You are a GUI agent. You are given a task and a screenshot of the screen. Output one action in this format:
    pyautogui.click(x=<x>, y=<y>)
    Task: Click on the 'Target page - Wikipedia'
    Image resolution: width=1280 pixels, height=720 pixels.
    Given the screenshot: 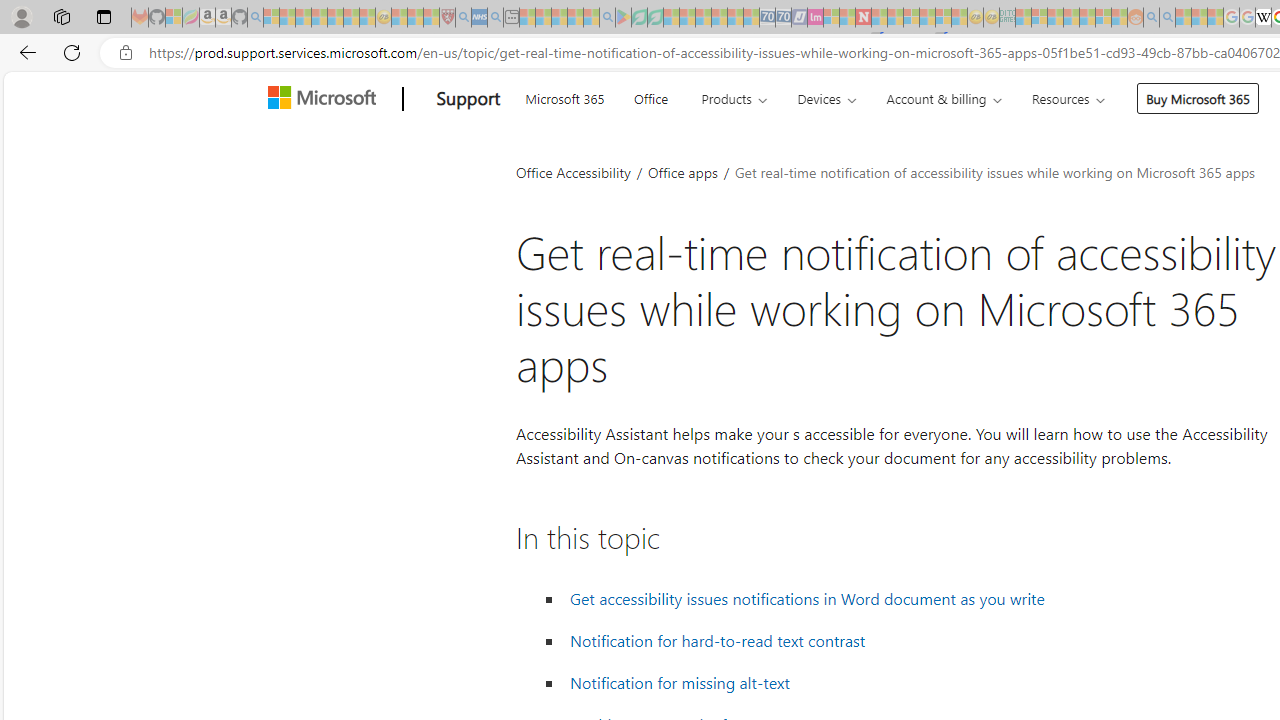 What is the action you would take?
    pyautogui.click(x=1262, y=17)
    